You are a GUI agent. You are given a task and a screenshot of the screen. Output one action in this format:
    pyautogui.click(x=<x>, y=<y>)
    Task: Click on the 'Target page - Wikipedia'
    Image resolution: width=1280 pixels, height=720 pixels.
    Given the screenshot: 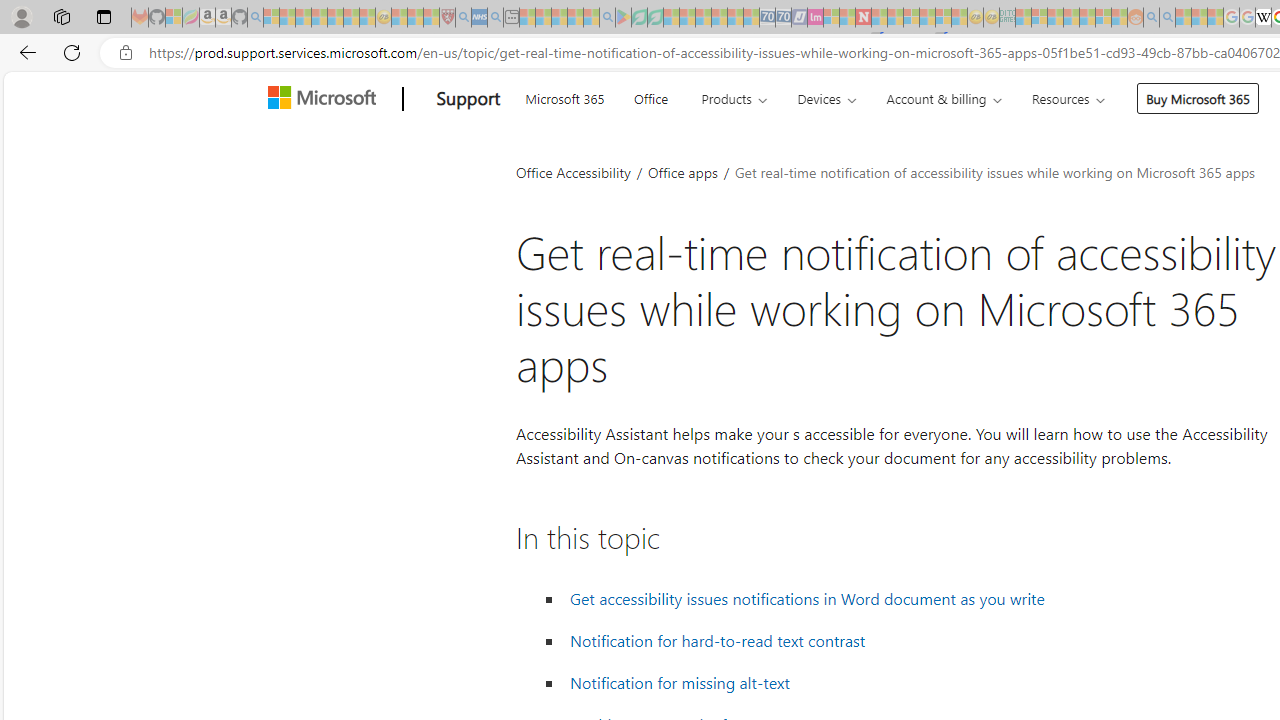 What is the action you would take?
    pyautogui.click(x=1262, y=17)
    